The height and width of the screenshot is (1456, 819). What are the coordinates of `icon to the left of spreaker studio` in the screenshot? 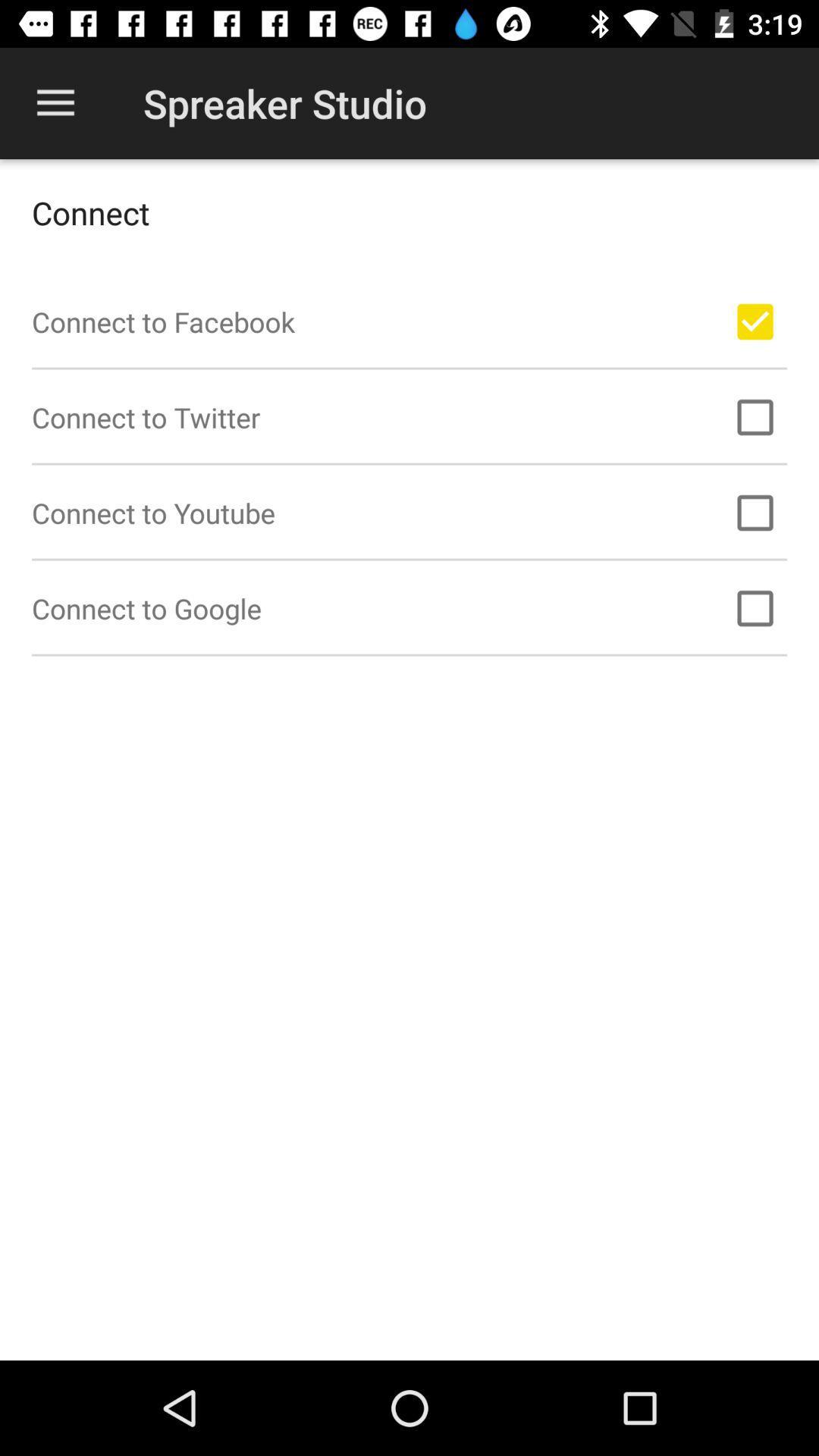 It's located at (55, 102).